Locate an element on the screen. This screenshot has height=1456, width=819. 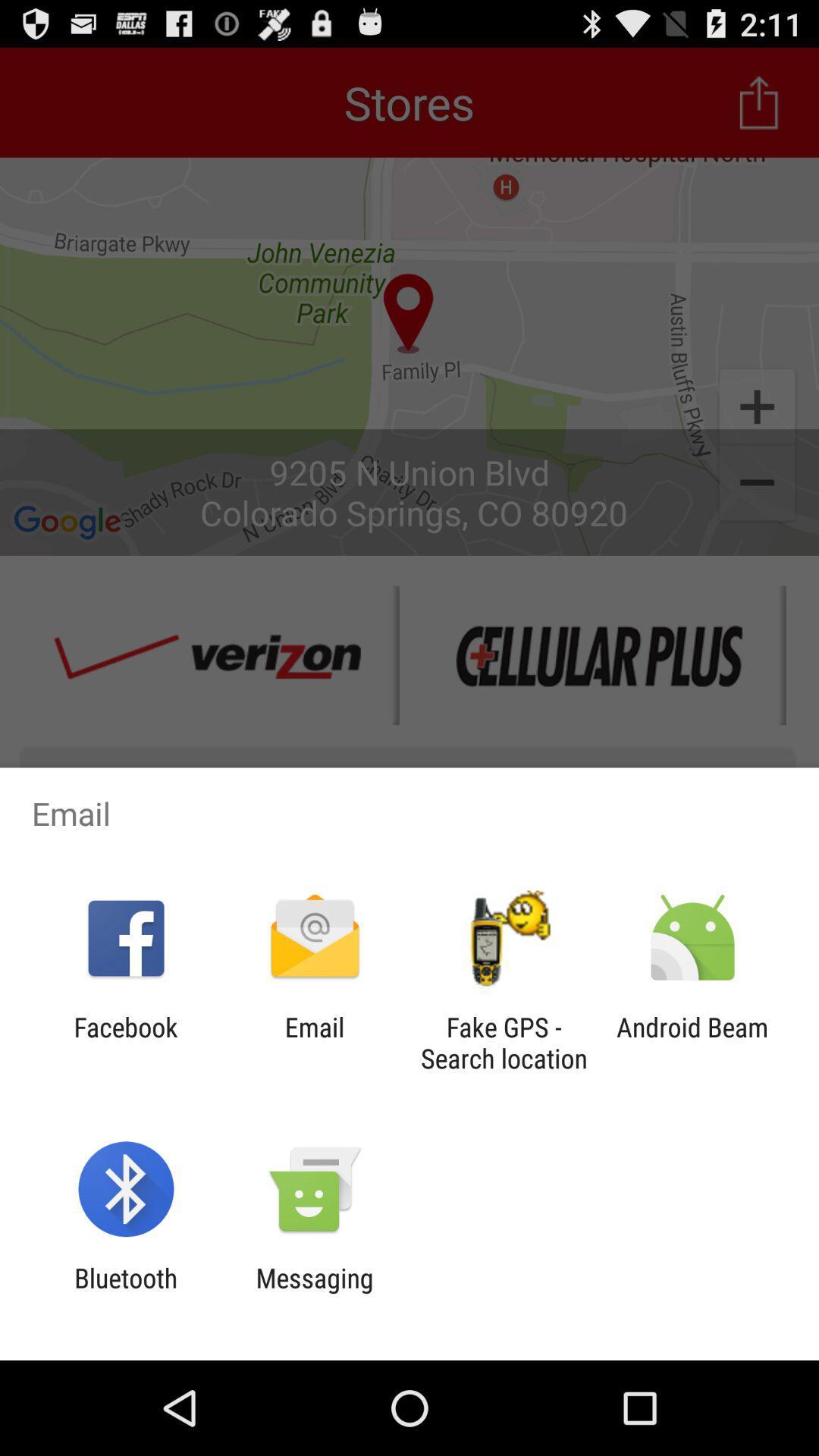
icon to the right of the fake gps search item is located at coordinates (692, 1042).